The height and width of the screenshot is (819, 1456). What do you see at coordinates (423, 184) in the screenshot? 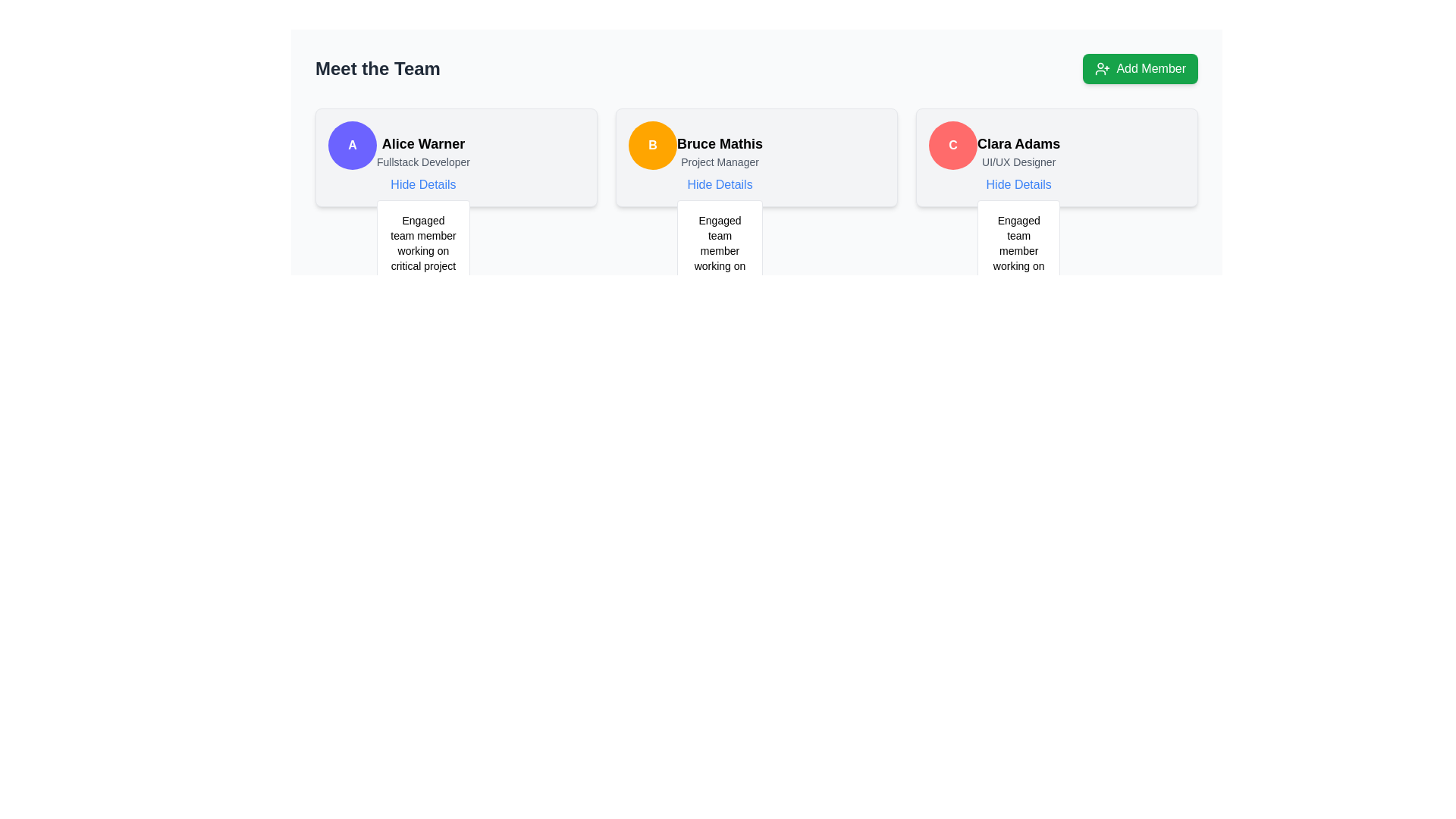
I see `the clickable text link associated with 'Alice Warner'` at bounding box center [423, 184].